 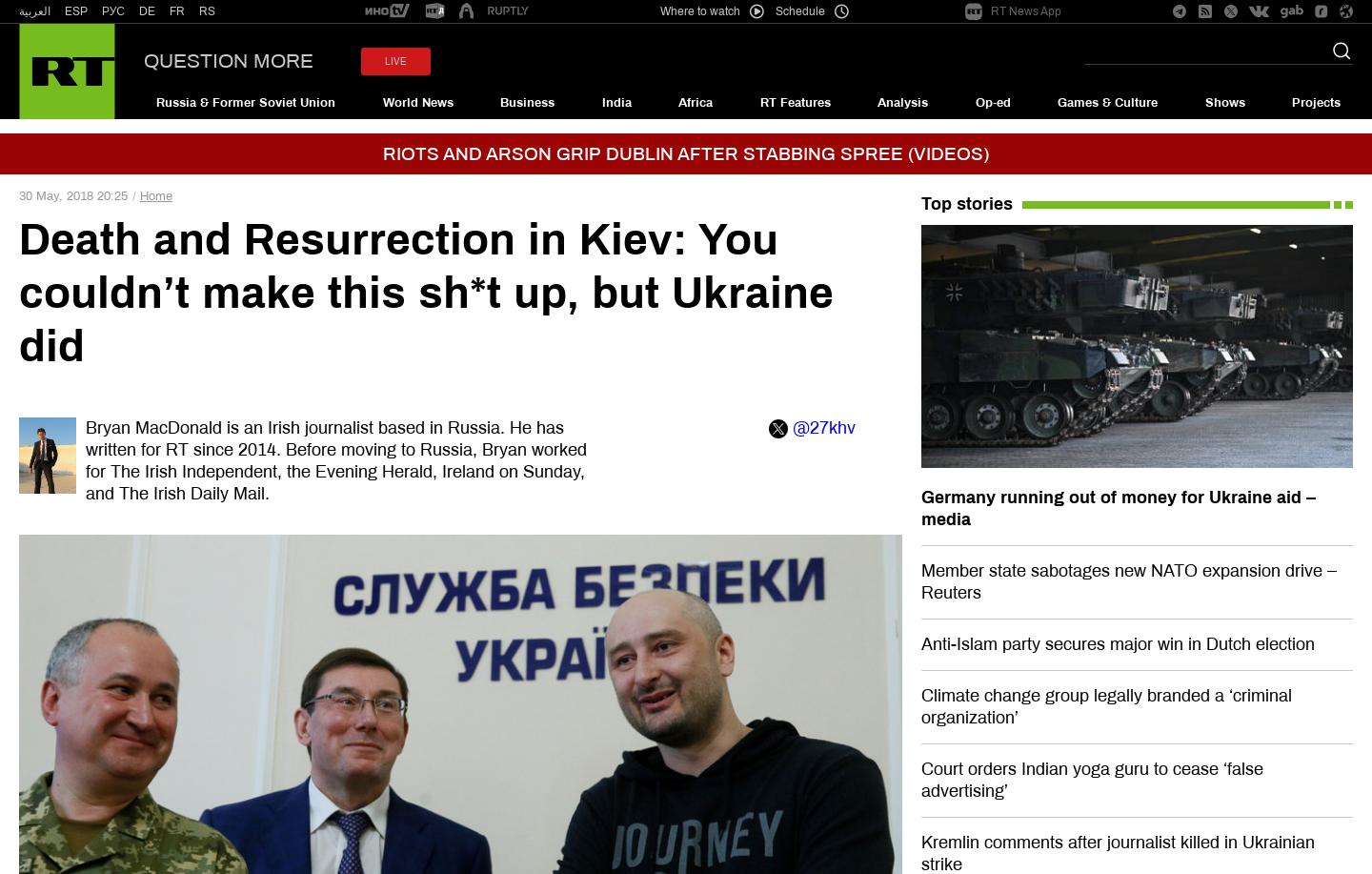 I want to click on 'ESP', so click(x=76, y=11).